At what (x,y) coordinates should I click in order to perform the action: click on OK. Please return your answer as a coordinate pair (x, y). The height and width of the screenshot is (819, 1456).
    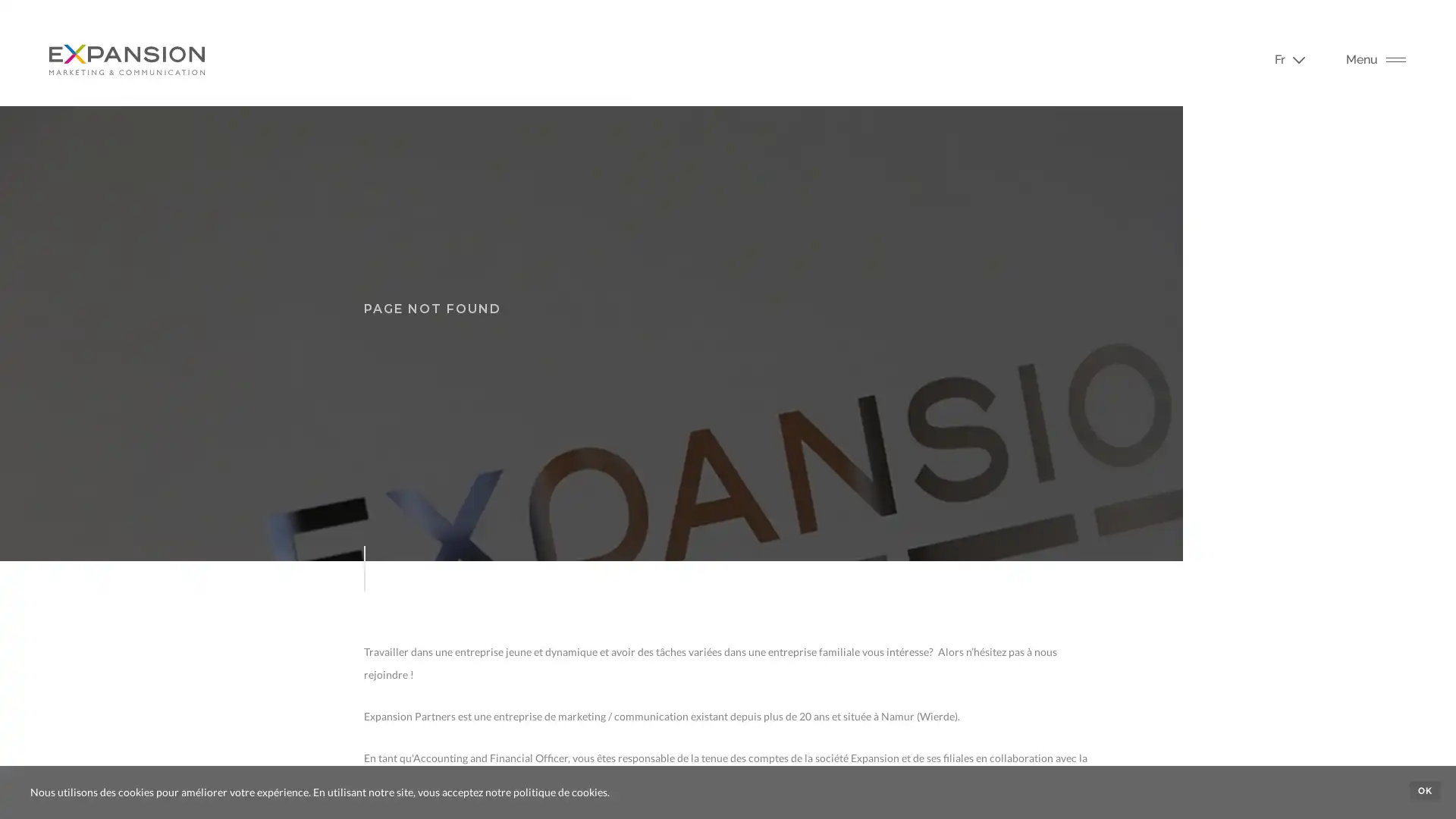
    Looking at the image, I should click on (1424, 789).